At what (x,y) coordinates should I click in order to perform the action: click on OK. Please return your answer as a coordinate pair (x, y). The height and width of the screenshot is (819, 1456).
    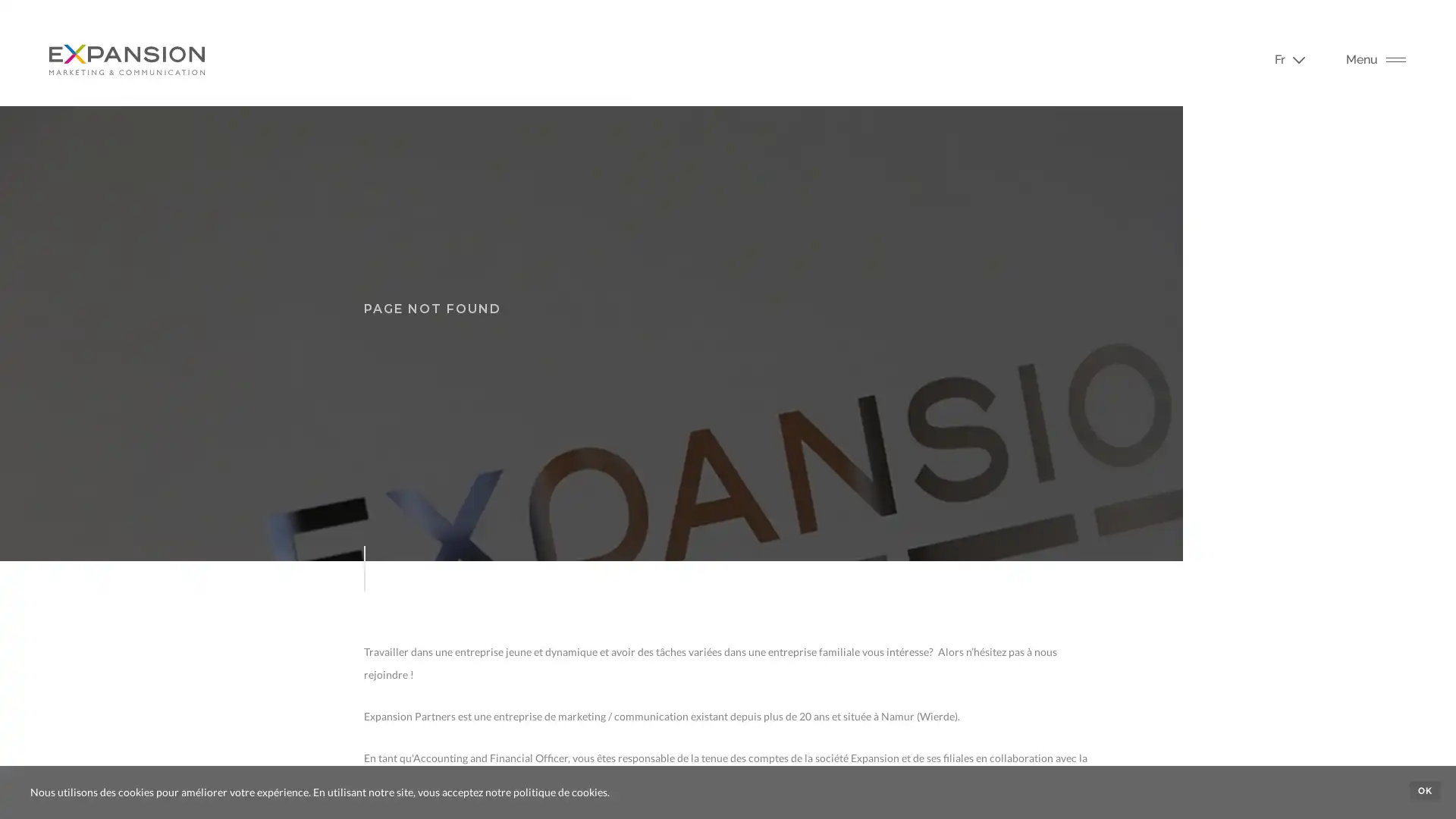
    Looking at the image, I should click on (1424, 789).